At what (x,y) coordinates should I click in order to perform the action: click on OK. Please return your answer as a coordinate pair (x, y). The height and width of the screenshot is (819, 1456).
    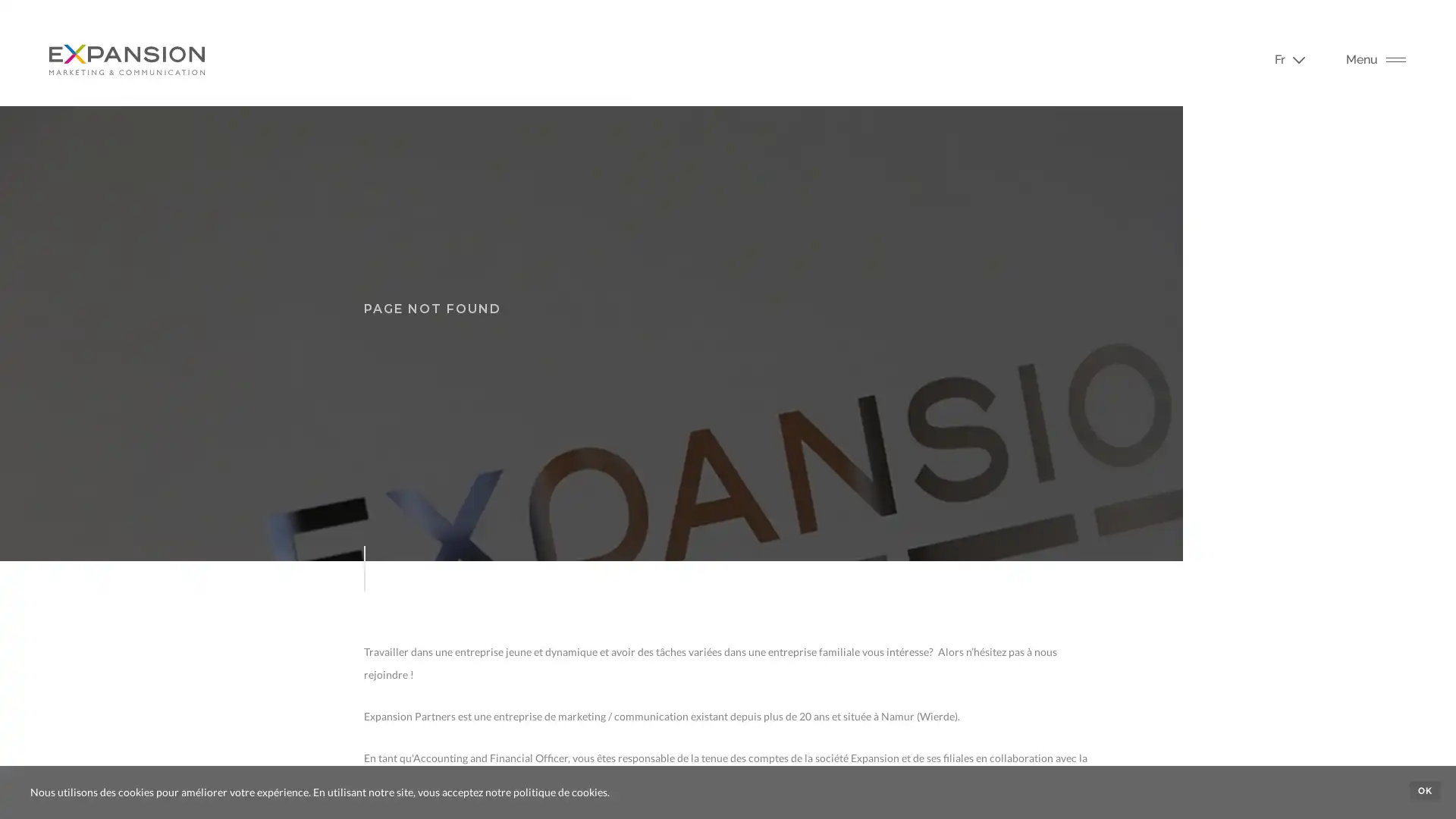
    Looking at the image, I should click on (1424, 789).